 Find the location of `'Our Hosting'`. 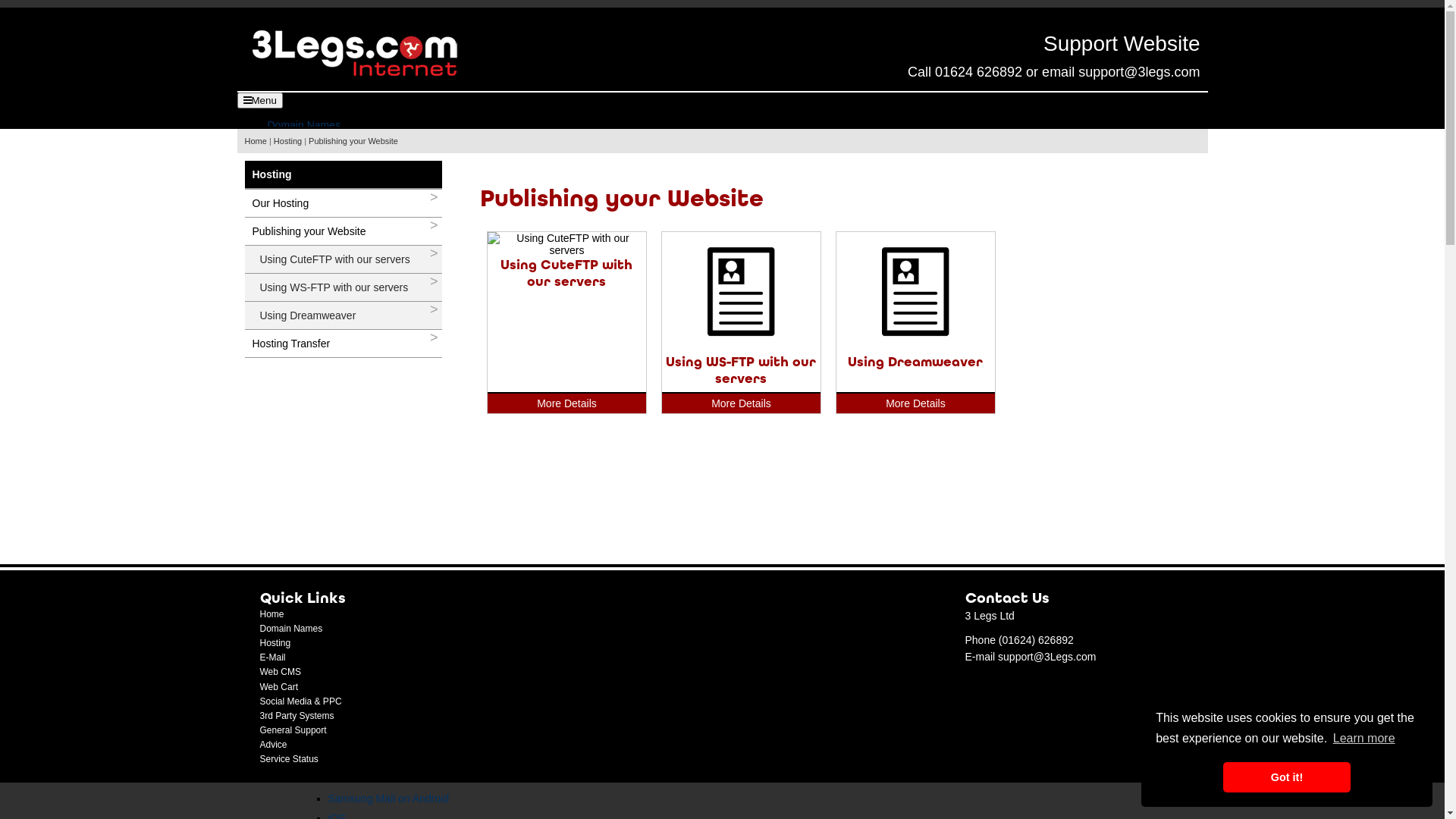

'Our Hosting' is located at coordinates (341, 202).